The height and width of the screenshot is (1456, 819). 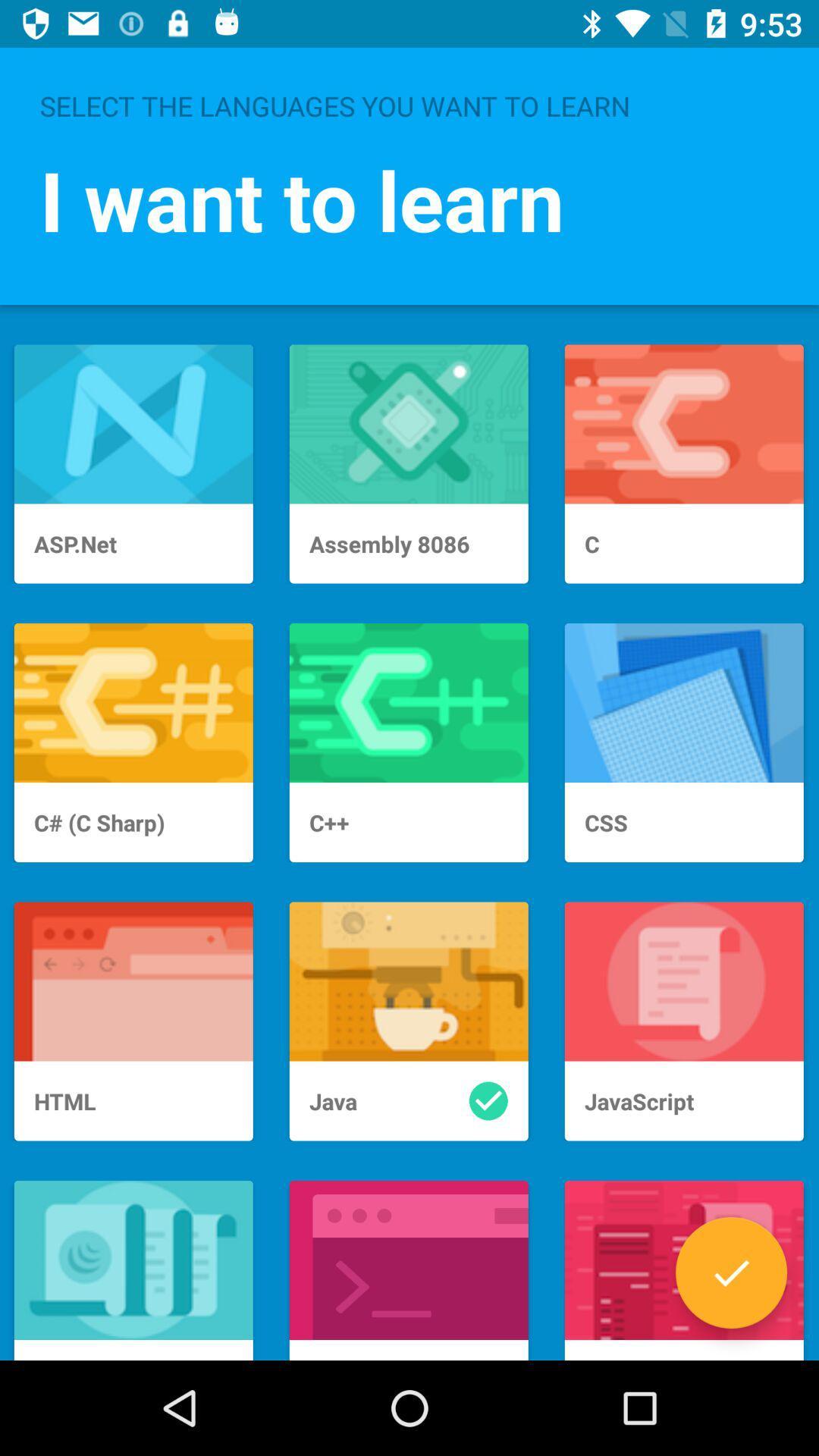 What do you see at coordinates (730, 1272) in the screenshot?
I see `item below the javascript` at bounding box center [730, 1272].